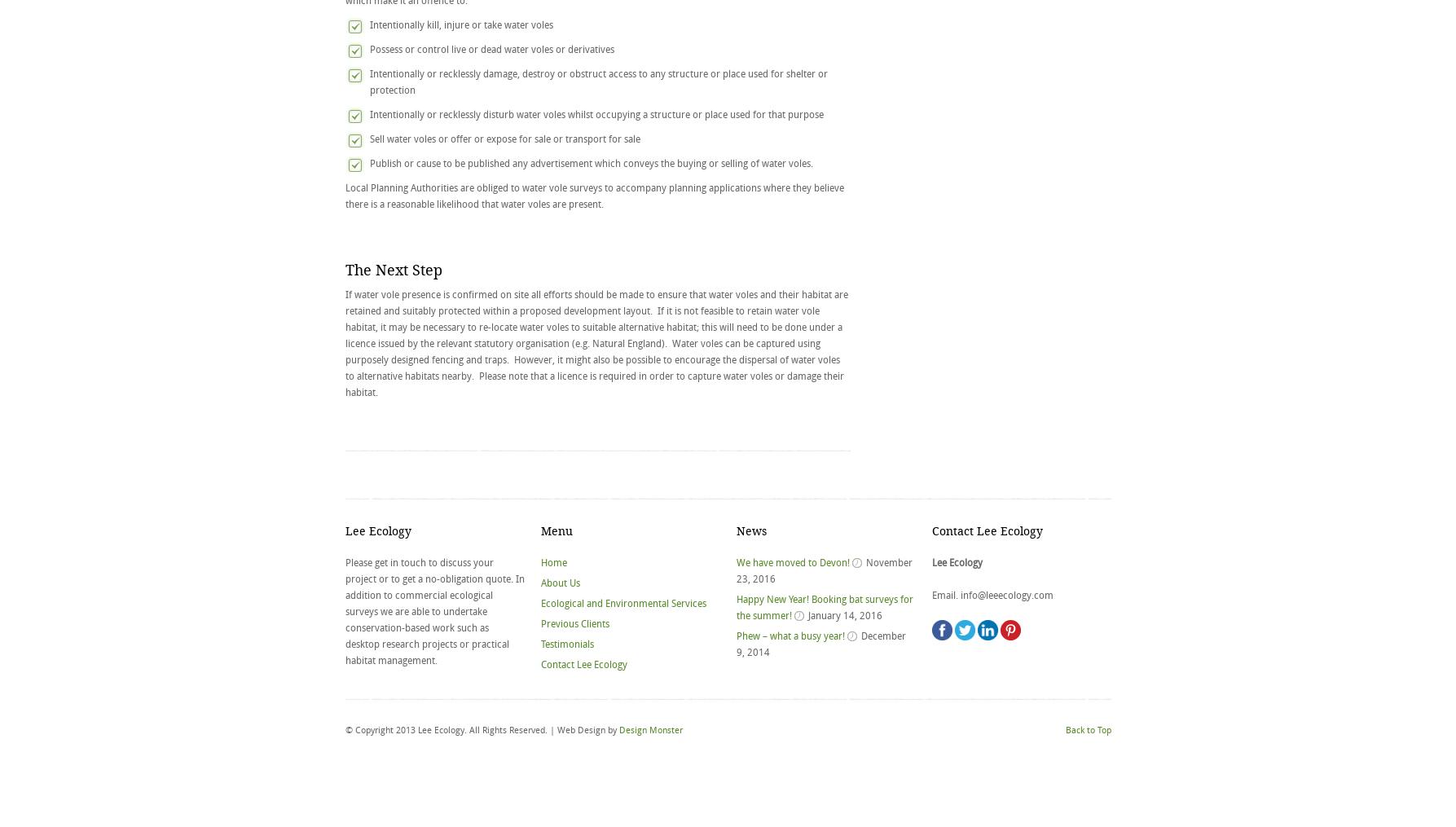 This screenshot has width=1456, height=827. I want to click on 'Local Planning Authorities are obliged to water vole surveys to accompany planning applications where they believe there is a reasonable likelihood that water voles are present.', so click(593, 196).